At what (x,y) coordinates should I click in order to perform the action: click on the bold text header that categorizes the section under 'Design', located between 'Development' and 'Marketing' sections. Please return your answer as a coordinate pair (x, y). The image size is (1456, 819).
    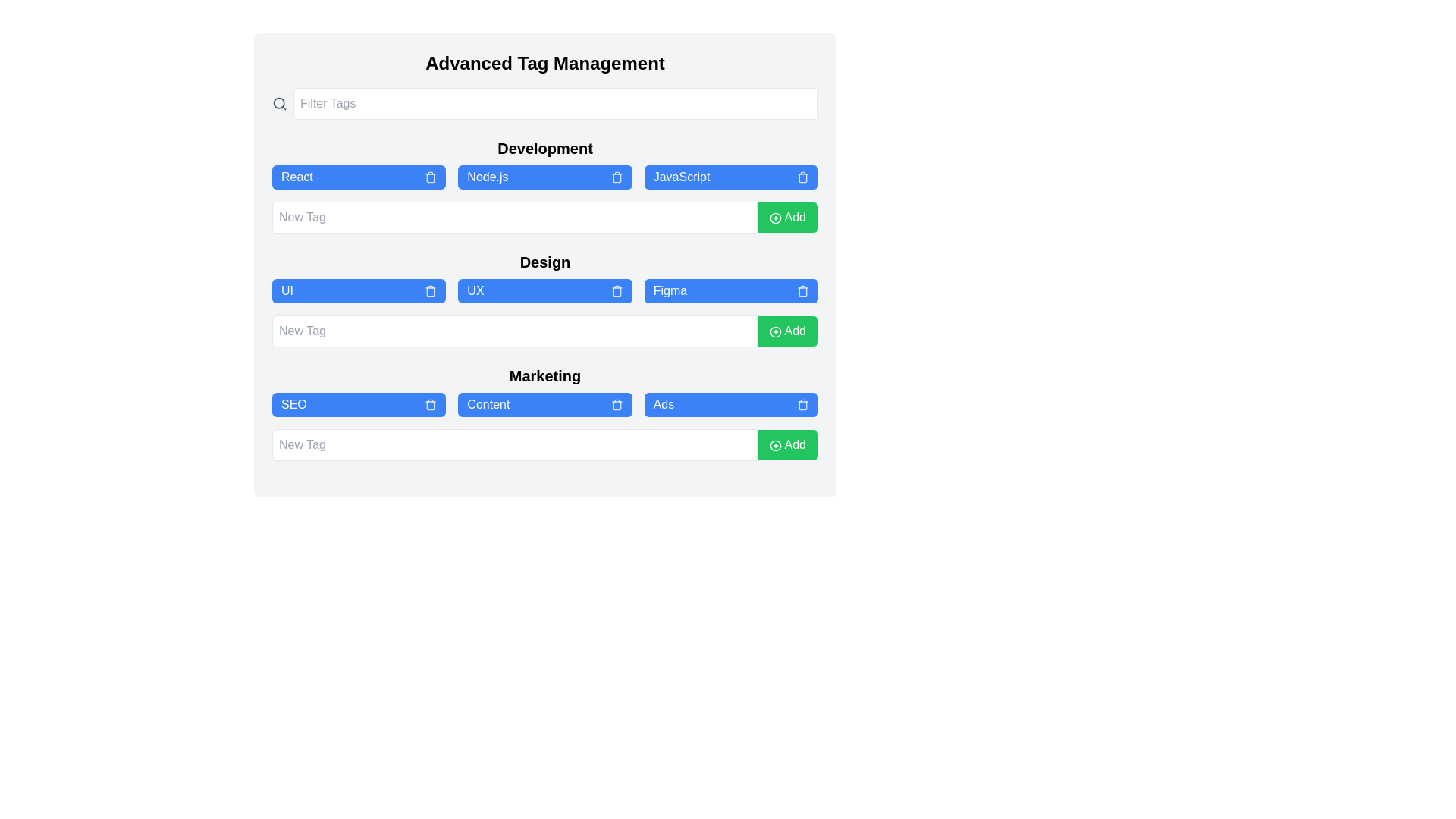
    Looking at the image, I should click on (545, 262).